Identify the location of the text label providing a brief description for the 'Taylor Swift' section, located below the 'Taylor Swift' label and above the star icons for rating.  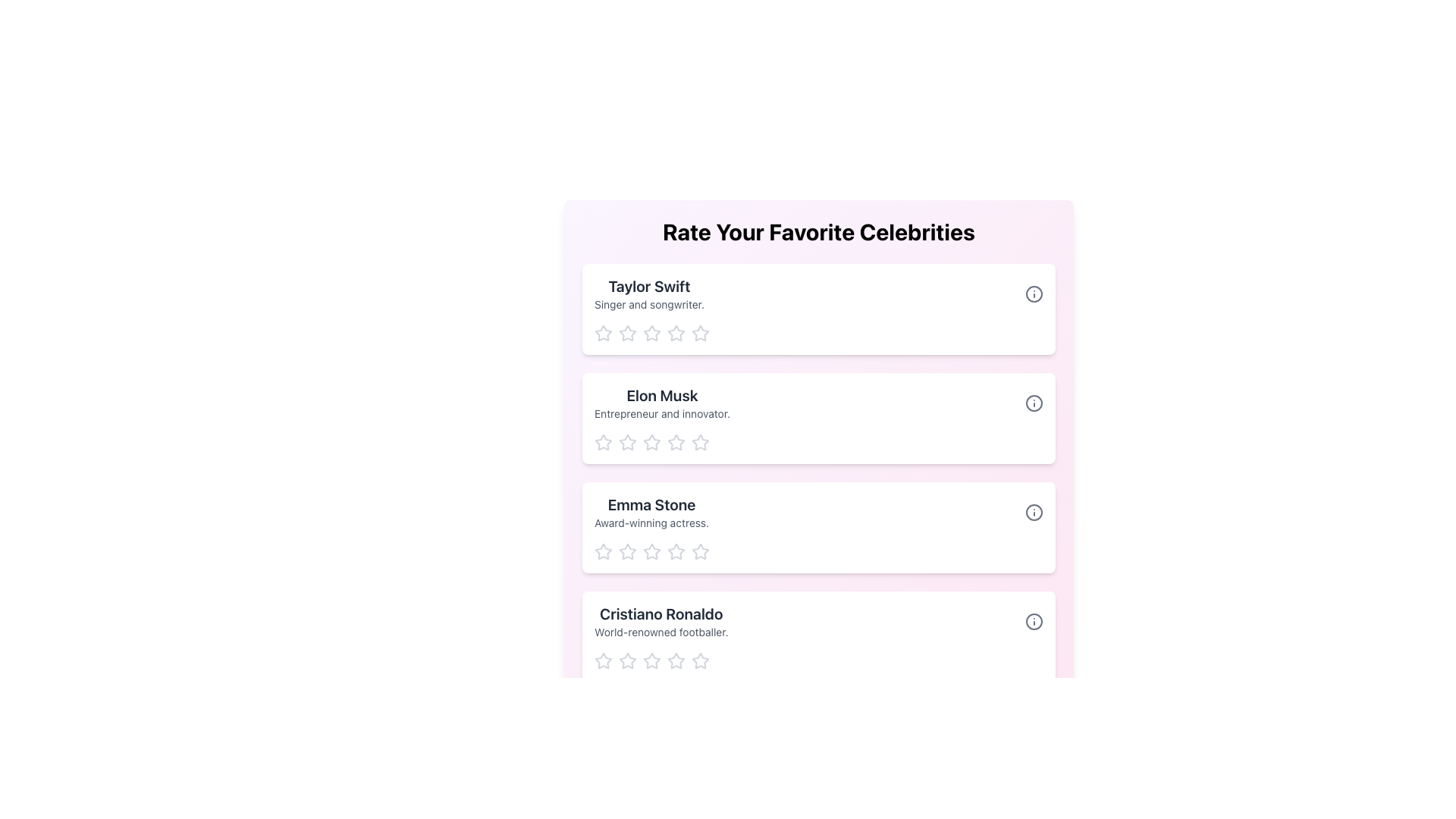
(649, 304).